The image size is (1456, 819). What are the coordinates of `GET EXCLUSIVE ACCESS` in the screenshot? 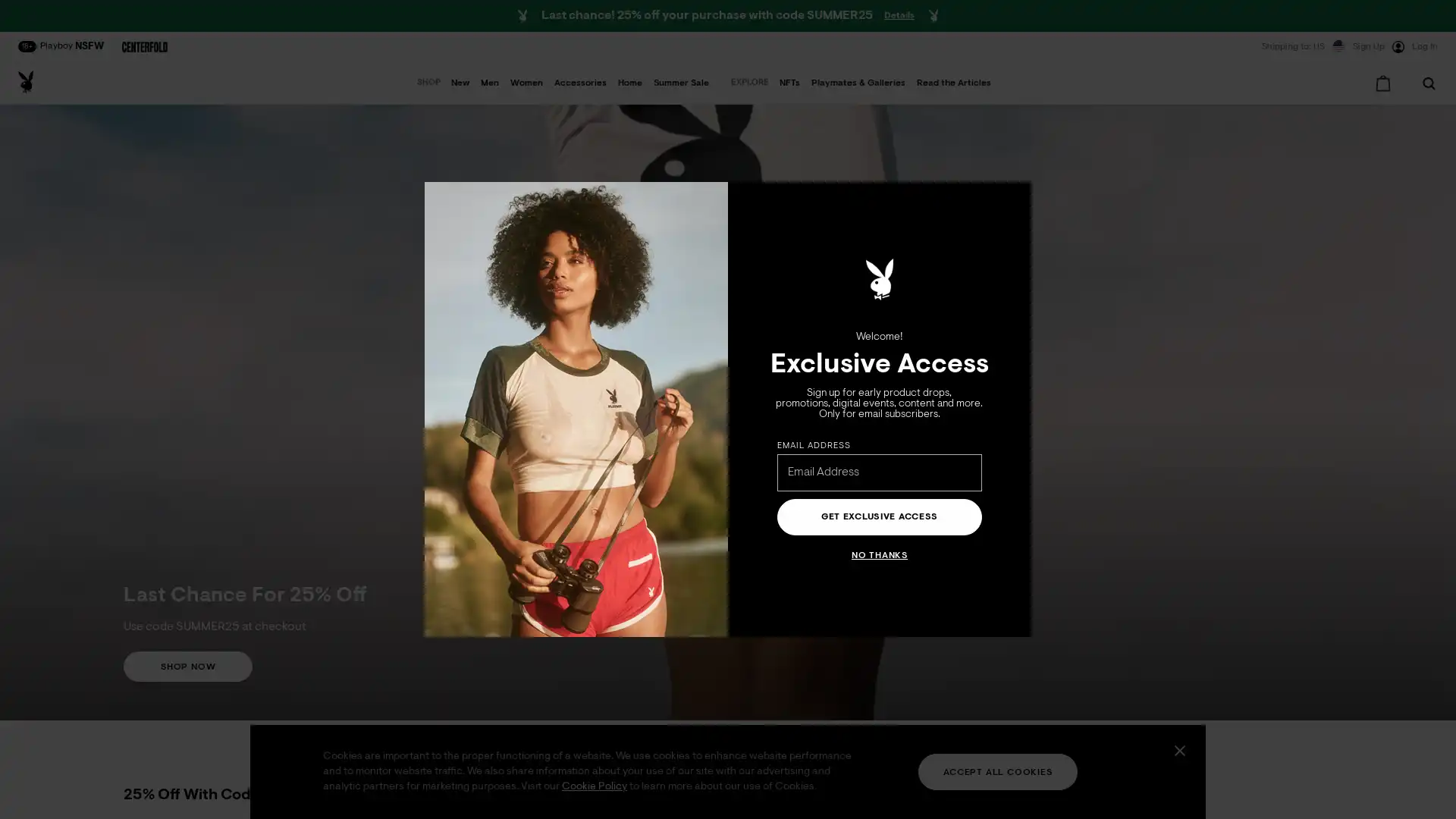 It's located at (880, 516).